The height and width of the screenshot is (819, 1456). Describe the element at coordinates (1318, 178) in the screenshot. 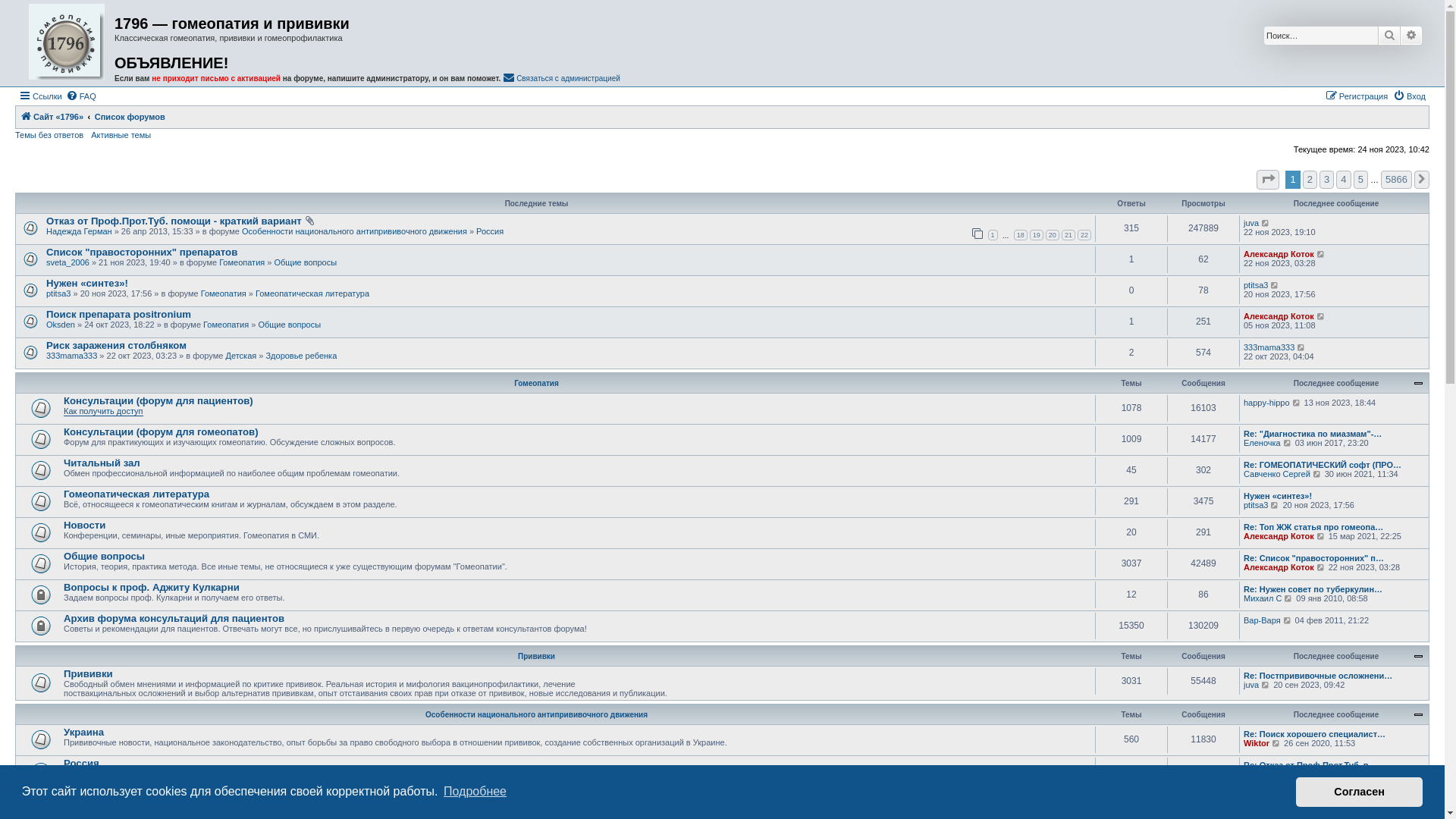

I see `'3'` at that location.